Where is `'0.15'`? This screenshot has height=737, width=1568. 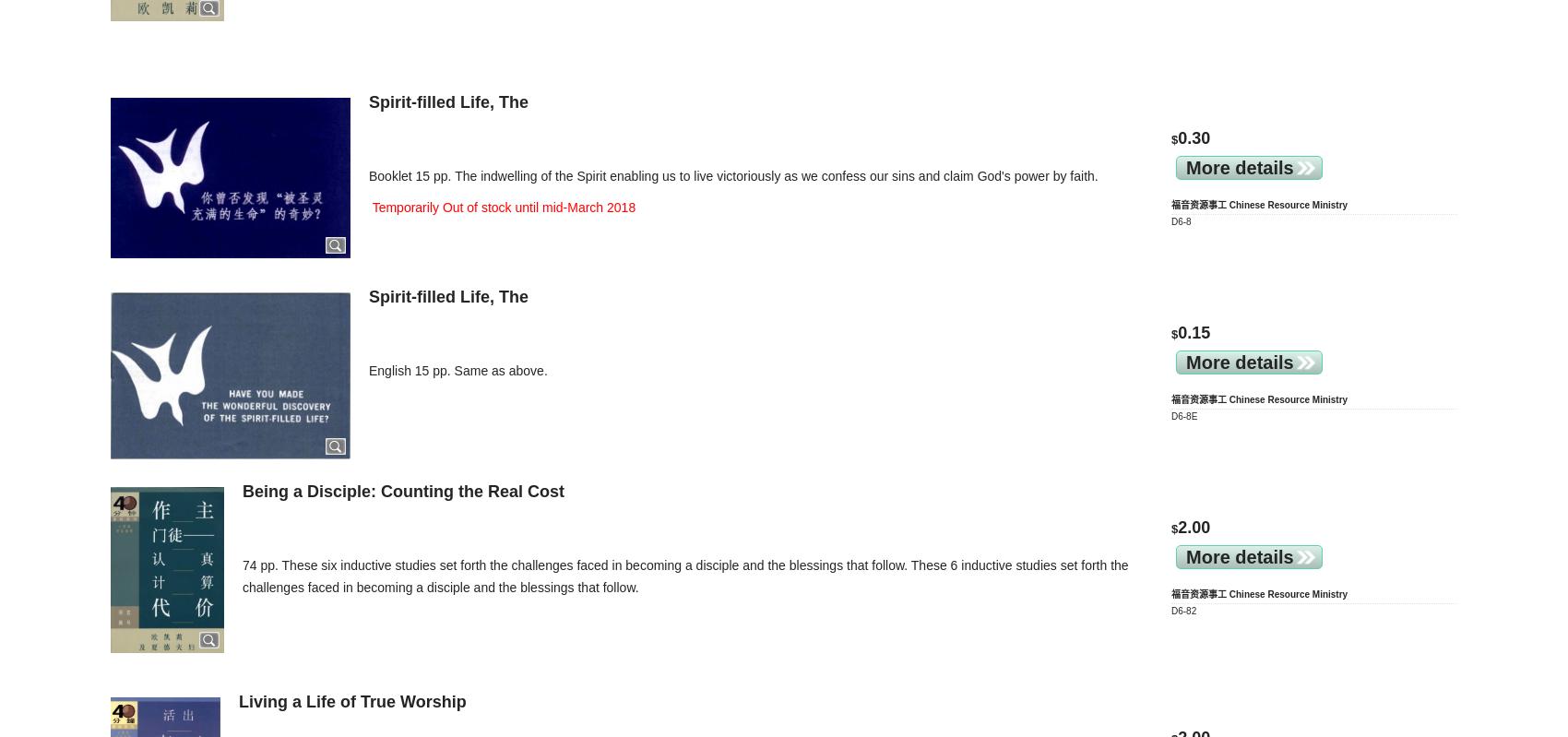
'0.15' is located at coordinates (1194, 331).